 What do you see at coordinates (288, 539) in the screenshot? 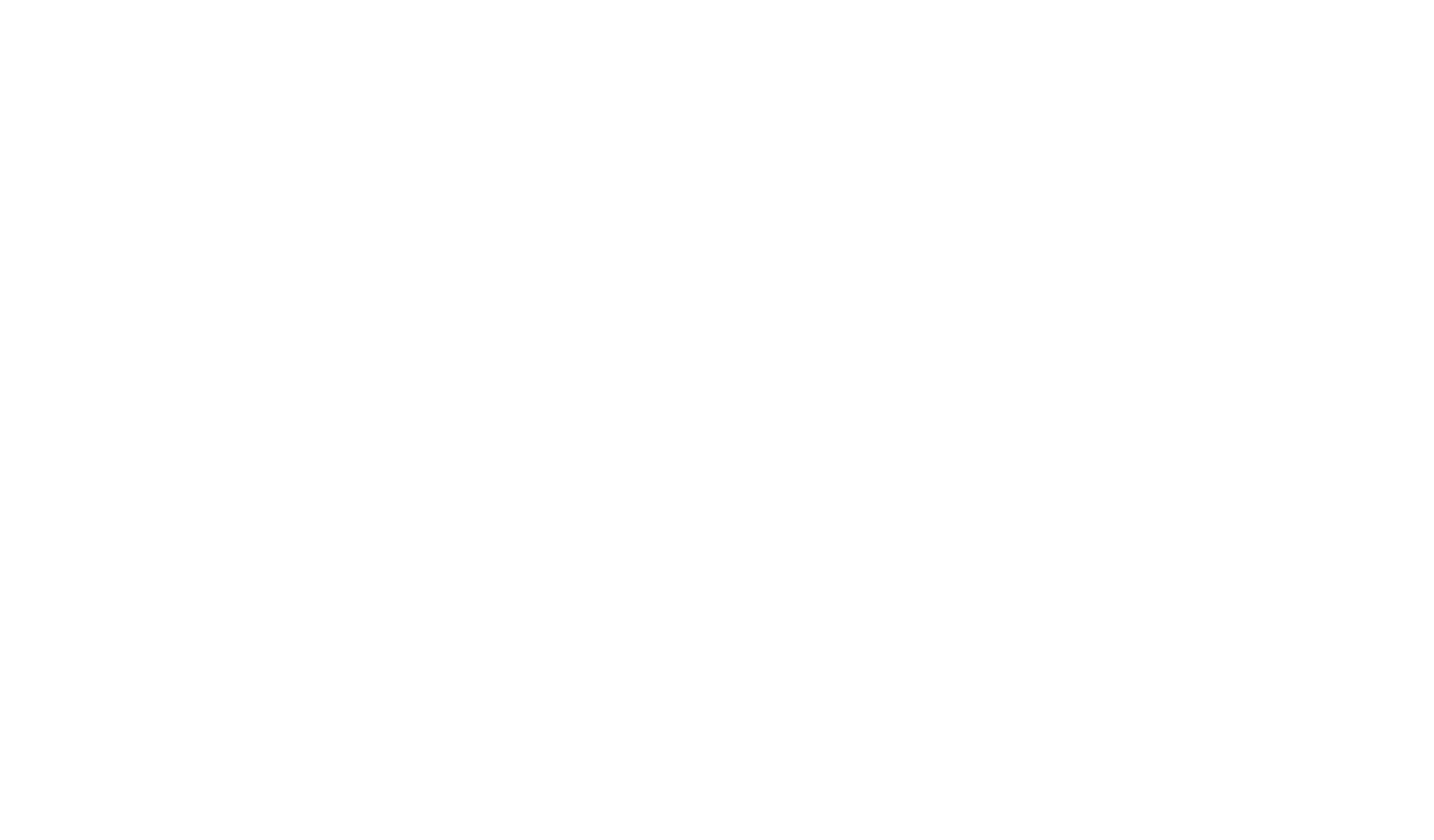
I see `'welder help'` at bounding box center [288, 539].